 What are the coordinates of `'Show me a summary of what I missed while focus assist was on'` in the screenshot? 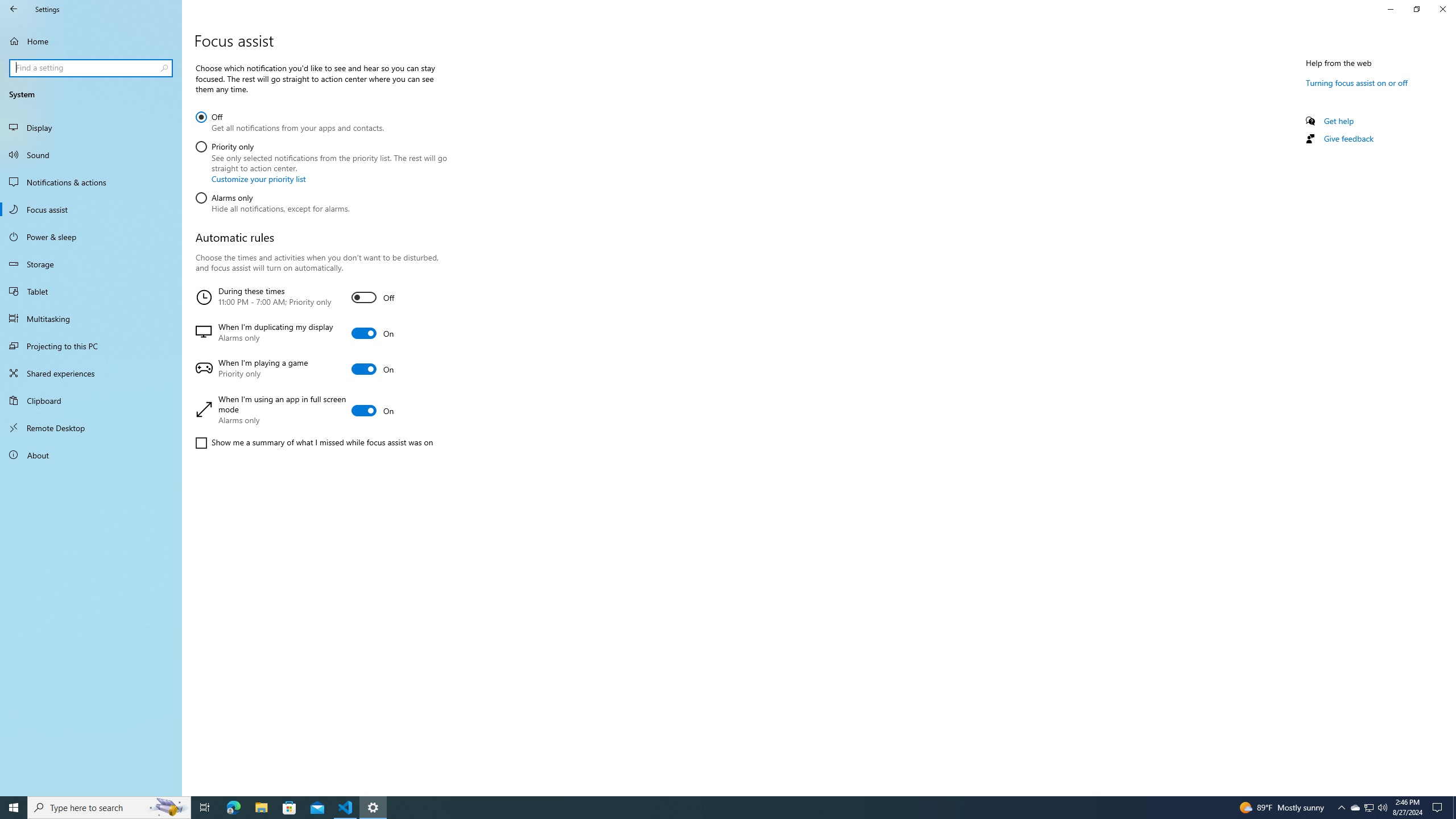 It's located at (313, 442).